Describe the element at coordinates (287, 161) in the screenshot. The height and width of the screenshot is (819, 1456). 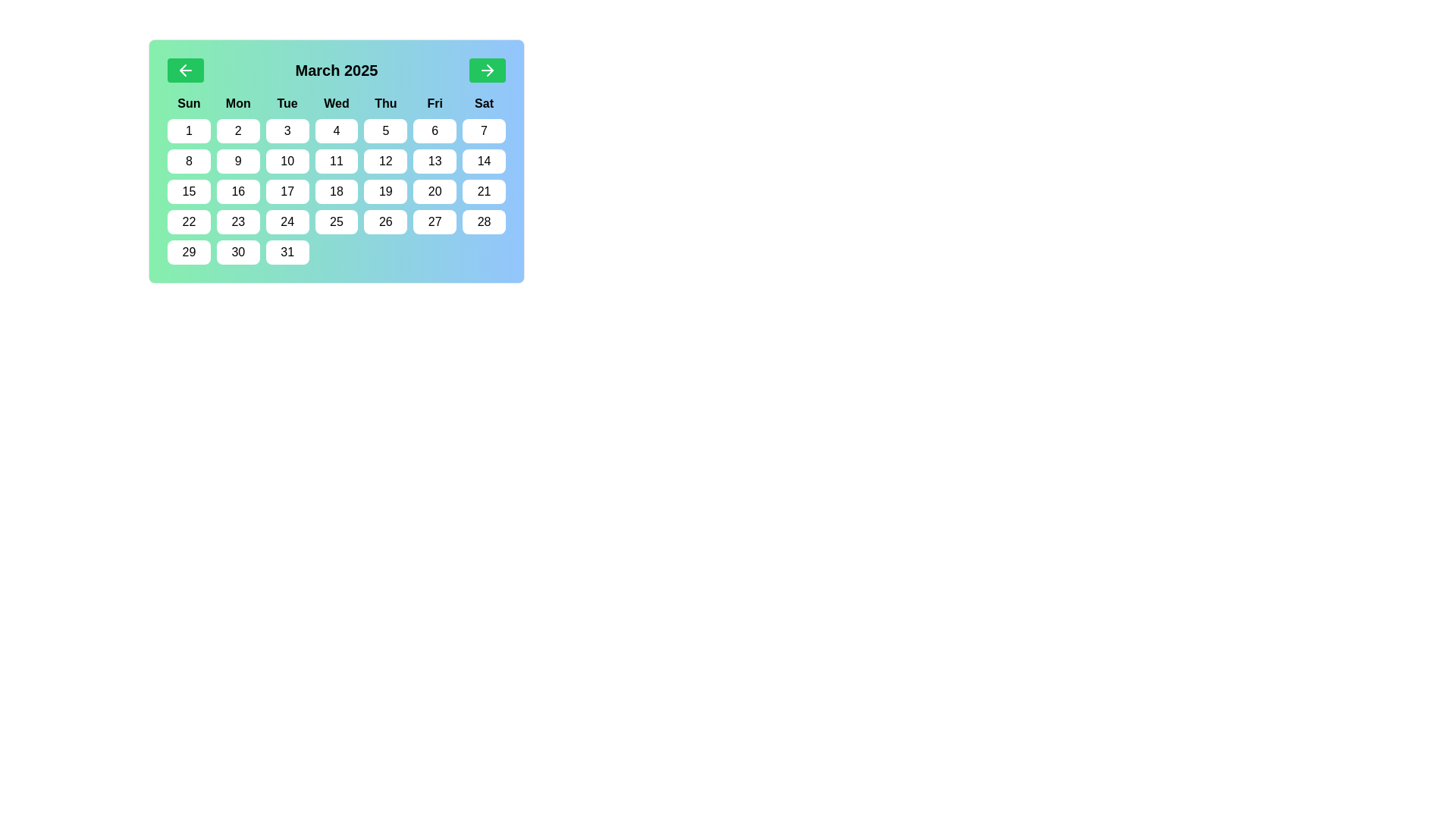
I see `the button representing the date '10'` at that location.